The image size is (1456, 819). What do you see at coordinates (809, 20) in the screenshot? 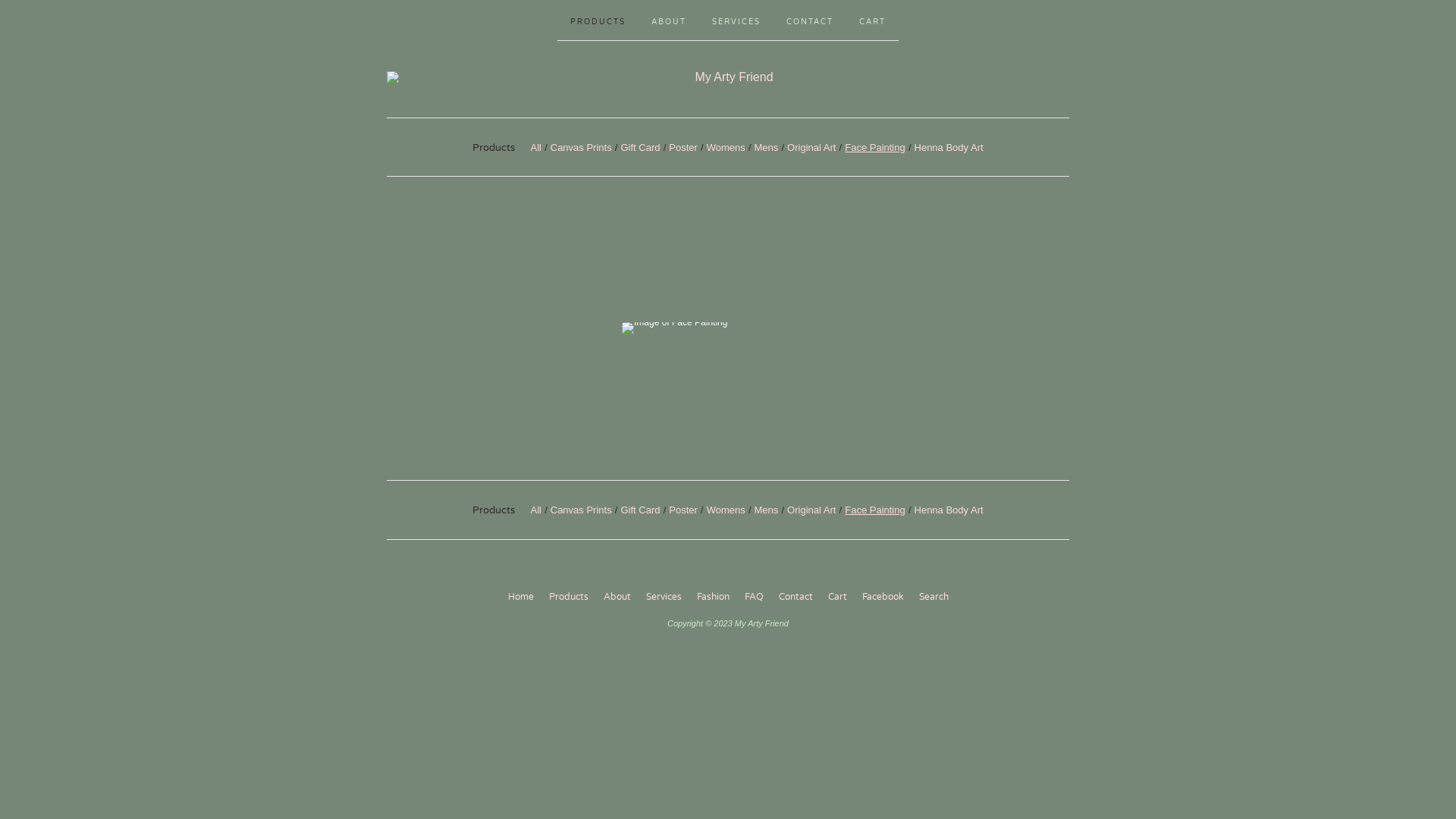
I see `'CONTACT'` at bounding box center [809, 20].